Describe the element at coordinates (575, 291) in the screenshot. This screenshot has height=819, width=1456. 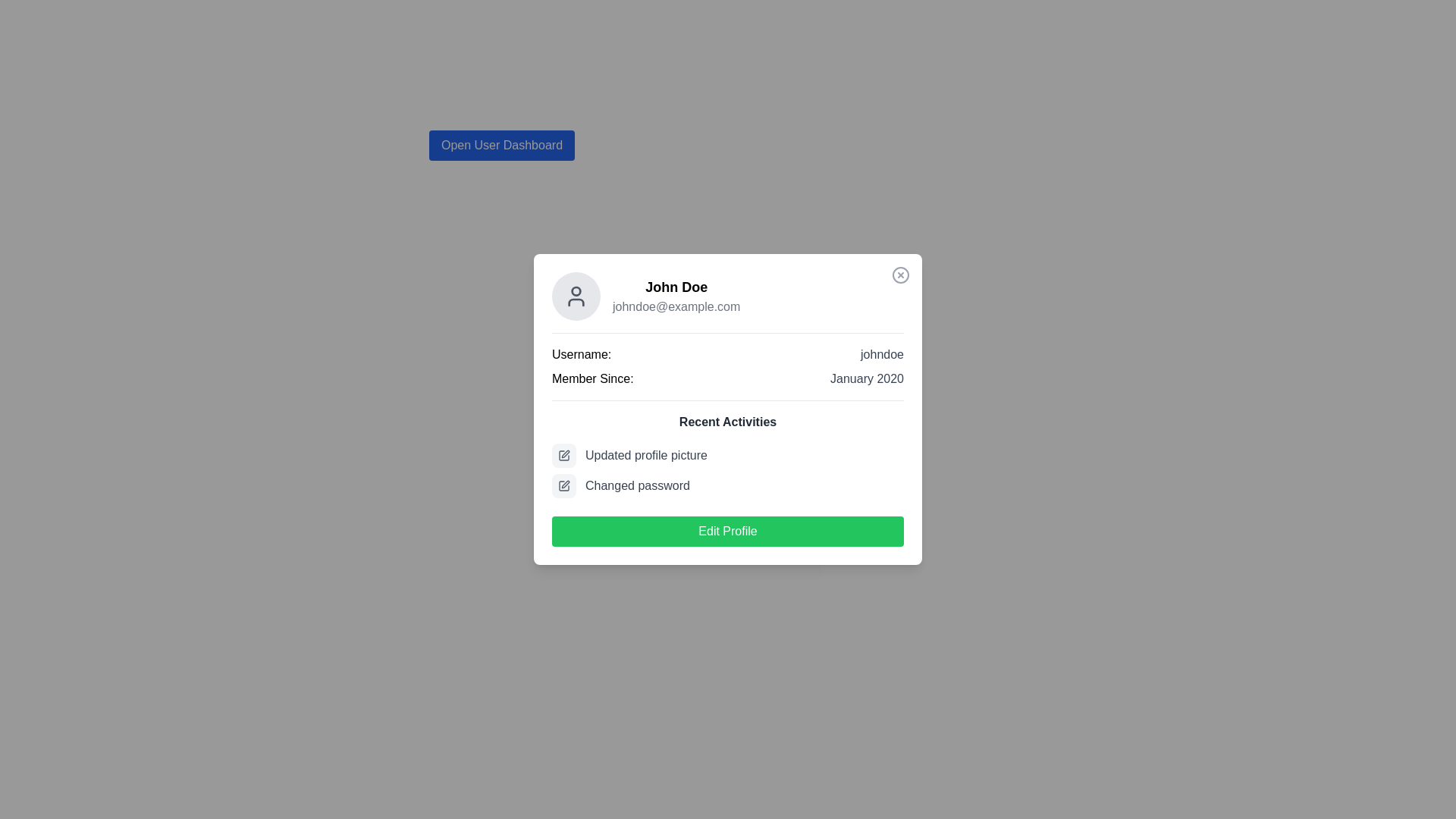
I see `the decorative circle that represents the user's head within the profile picture icon located at the top-left section of the profile card` at that location.